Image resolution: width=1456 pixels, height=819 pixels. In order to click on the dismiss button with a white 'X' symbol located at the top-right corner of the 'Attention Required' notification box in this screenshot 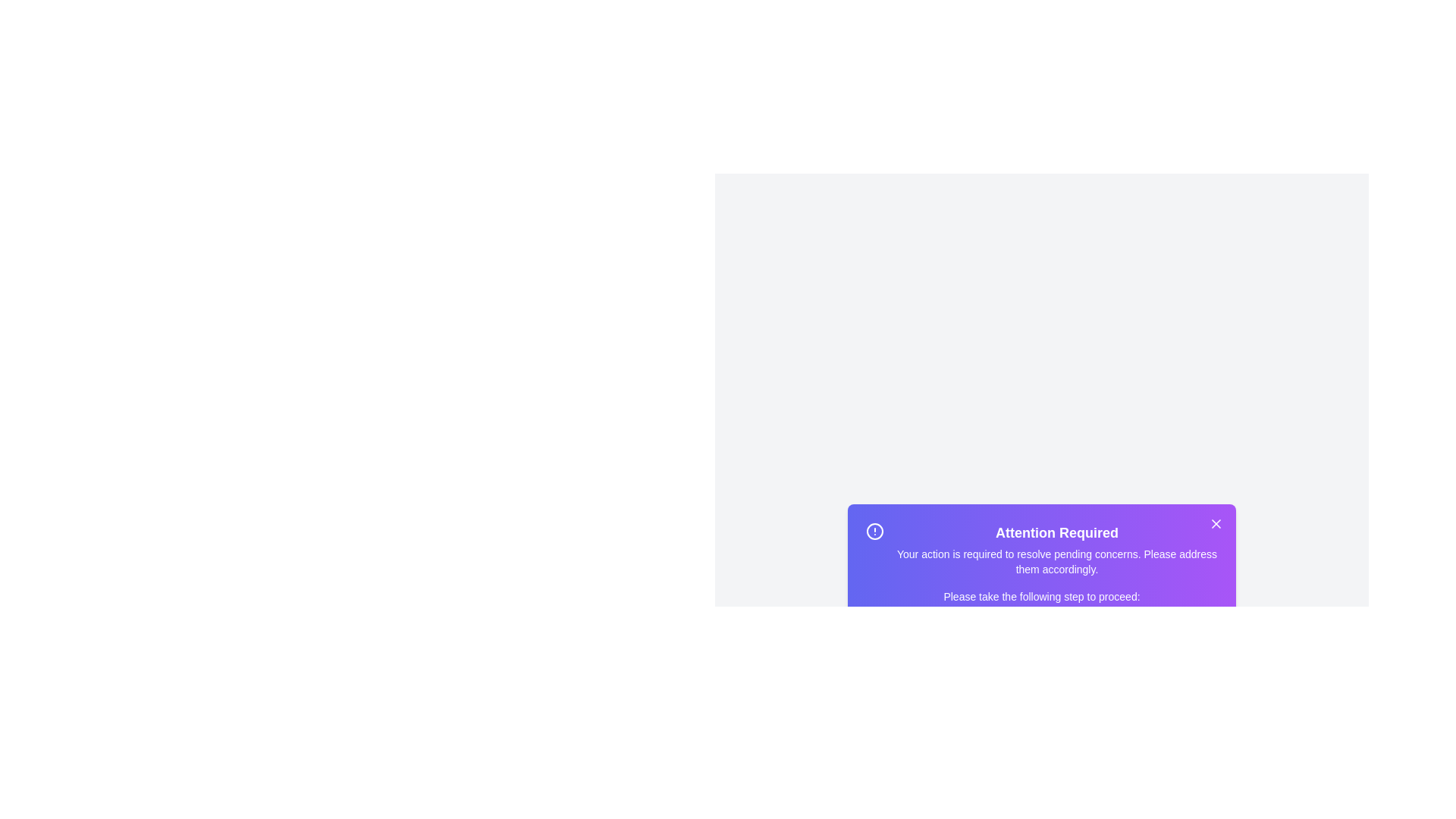, I will do `click(1216, 522)`.